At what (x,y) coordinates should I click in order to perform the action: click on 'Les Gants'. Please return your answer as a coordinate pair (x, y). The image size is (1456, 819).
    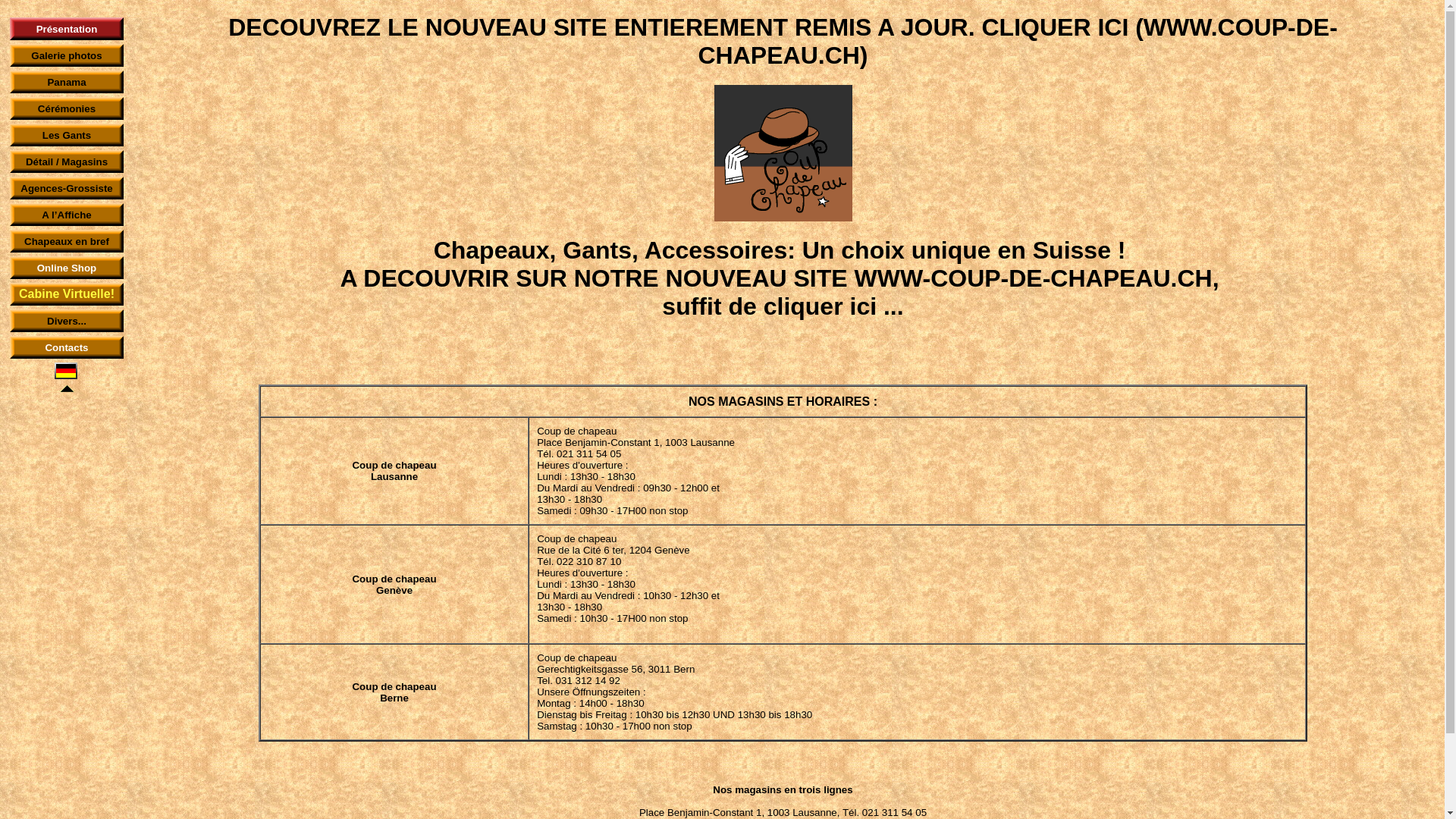
    Looking at the image, I should click on (42, 133).